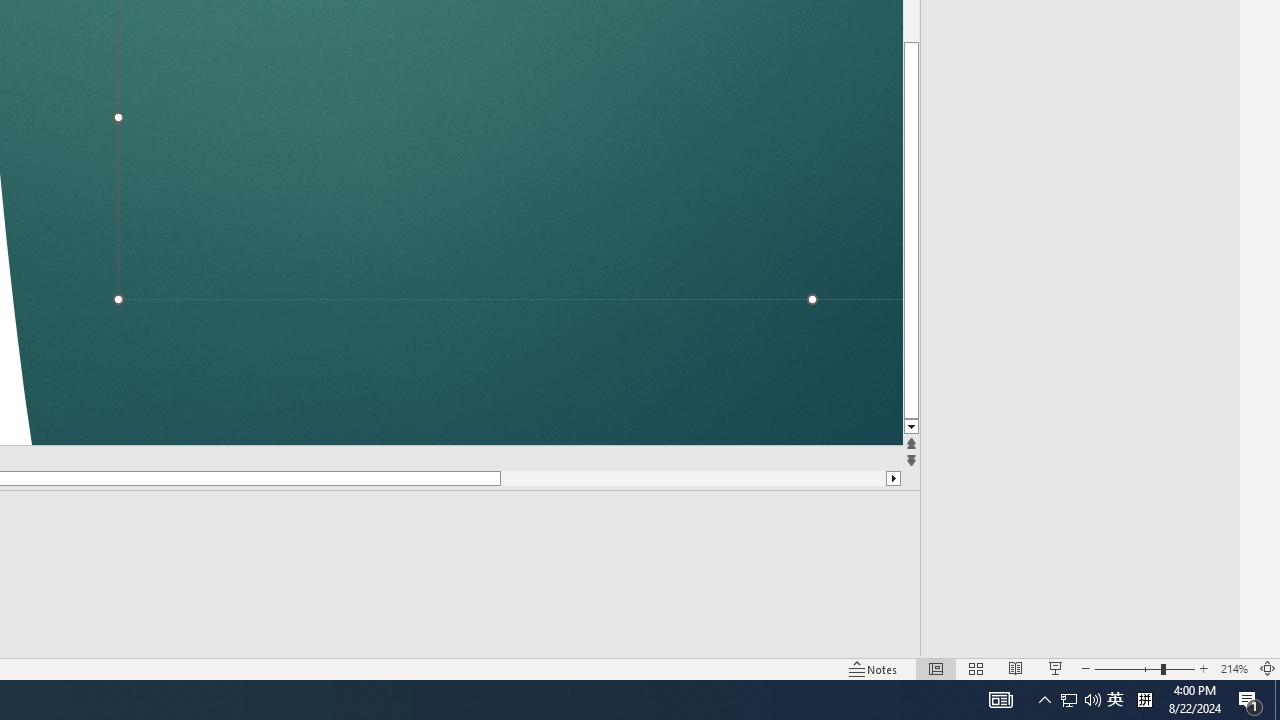  I want to click on 'Zoom In', so click(1204, 640).